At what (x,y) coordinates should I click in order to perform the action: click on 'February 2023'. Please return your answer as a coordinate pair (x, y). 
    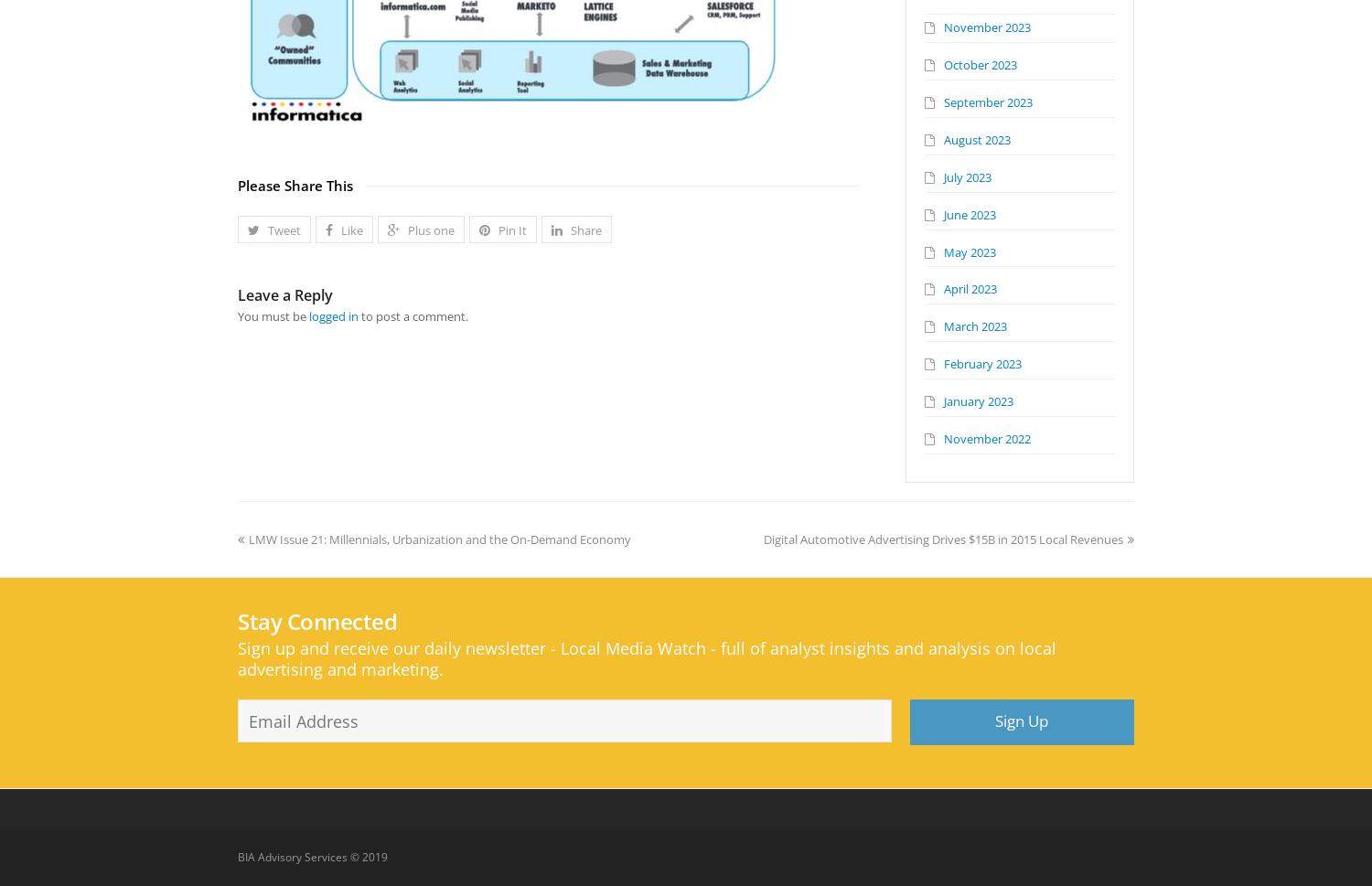
    Looking at the image, I should click on (981, 362).